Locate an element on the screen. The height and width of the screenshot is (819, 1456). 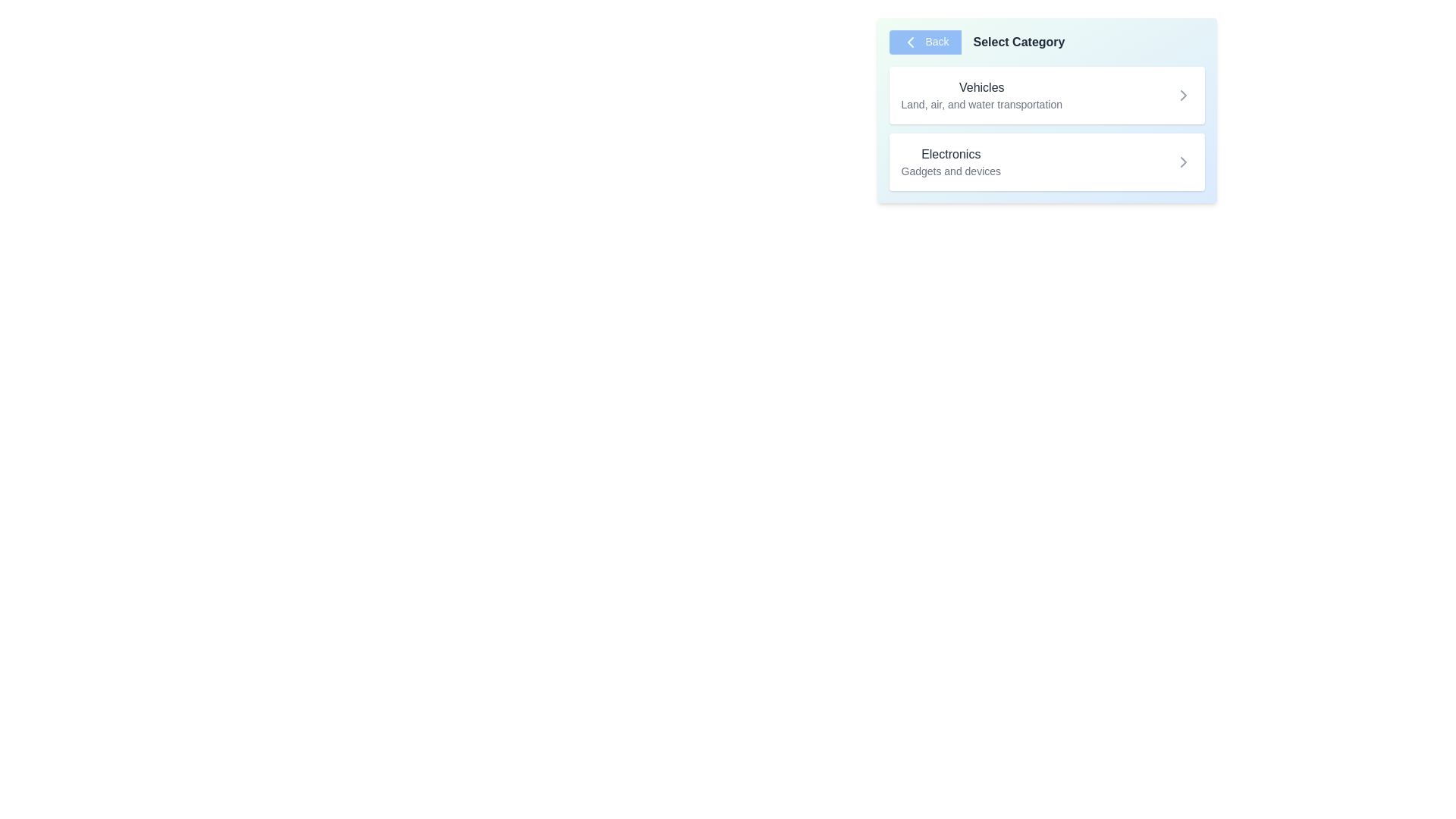
the right-facing chevron icon located at the end of the 'Electronics' list item is located at coordinates (1182, 162).